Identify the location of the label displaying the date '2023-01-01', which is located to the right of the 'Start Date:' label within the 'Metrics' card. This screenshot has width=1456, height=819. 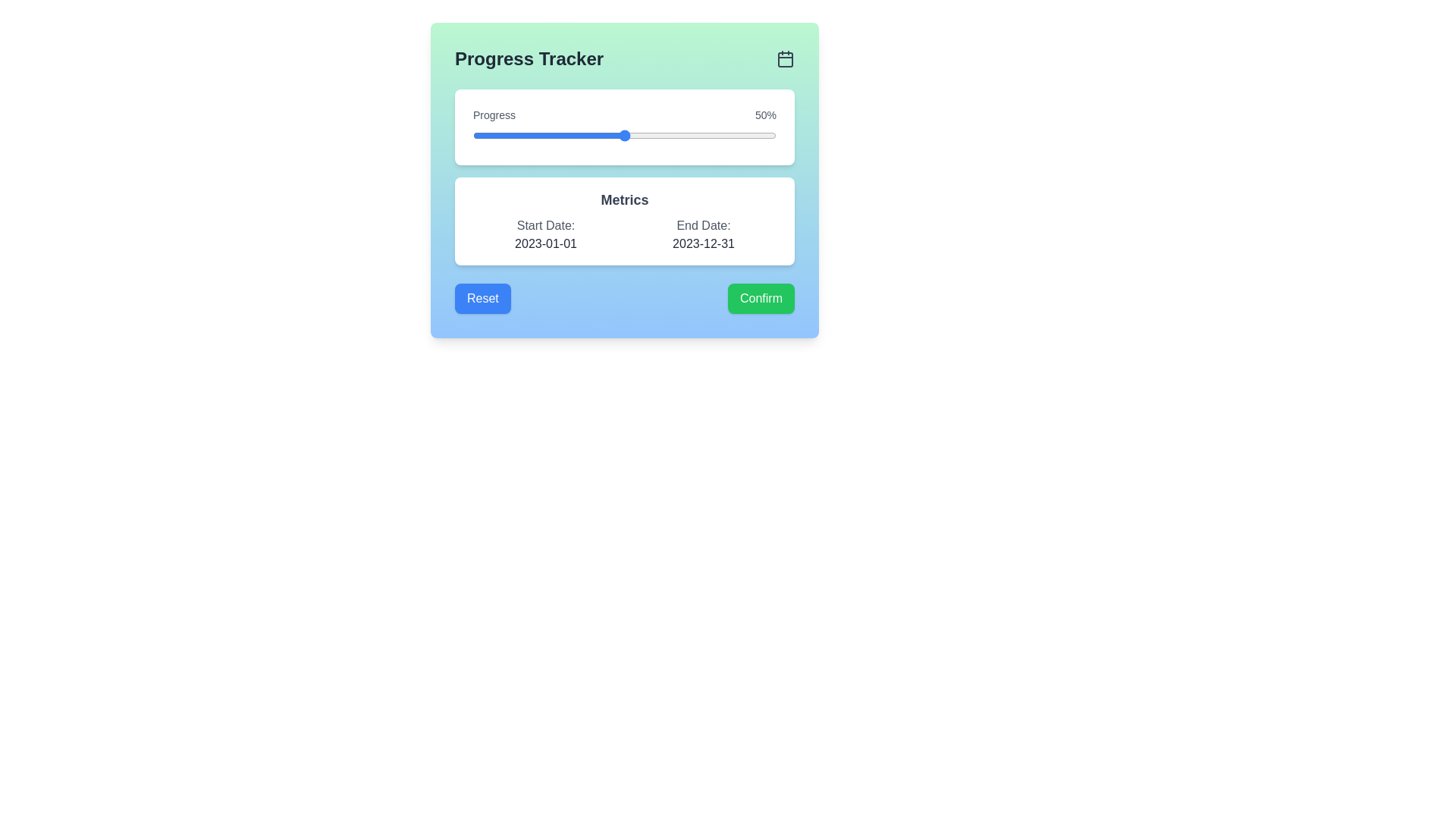
(546, 243).